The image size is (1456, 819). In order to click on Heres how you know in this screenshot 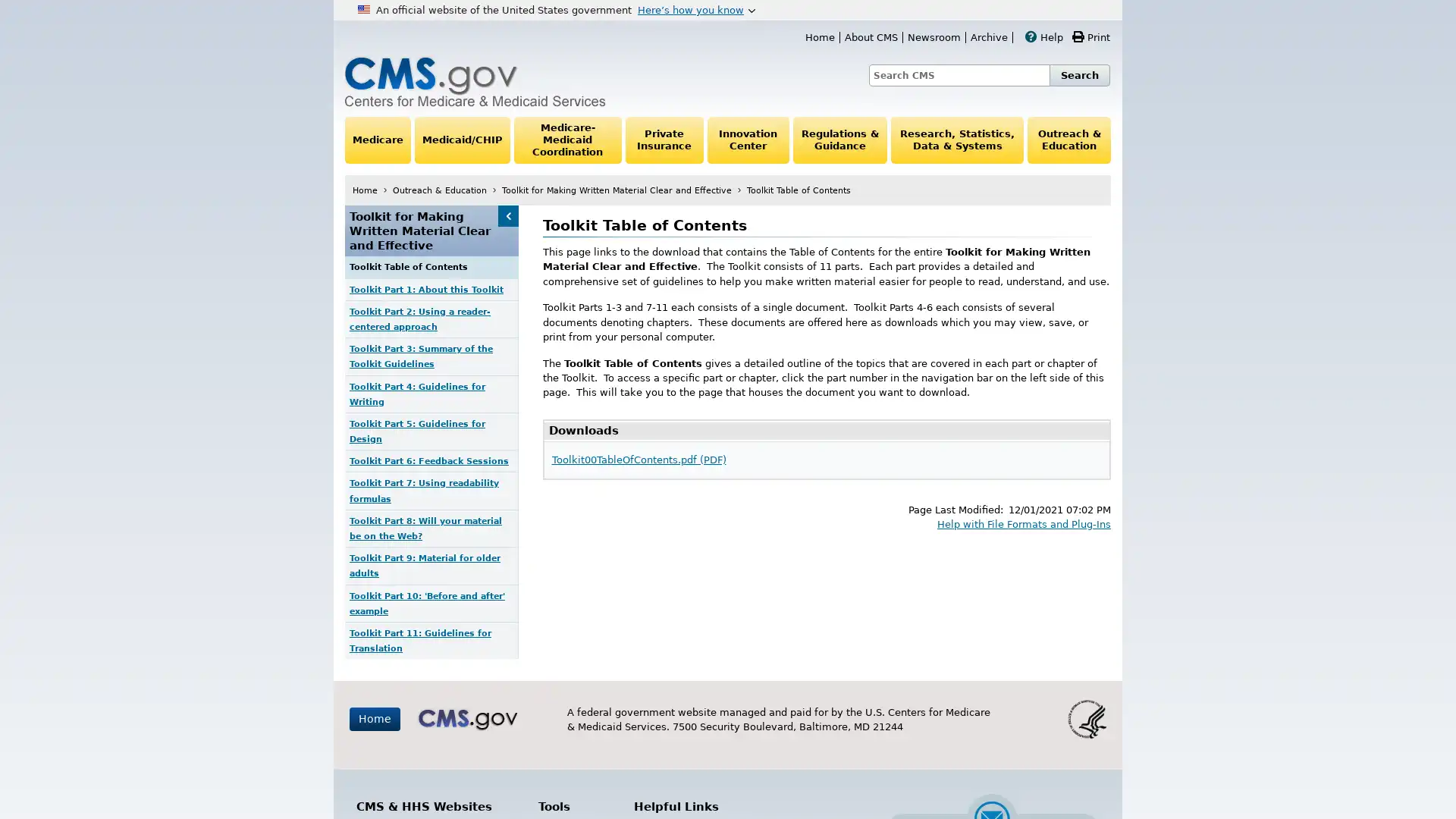, I will do `click(695, 9)`.